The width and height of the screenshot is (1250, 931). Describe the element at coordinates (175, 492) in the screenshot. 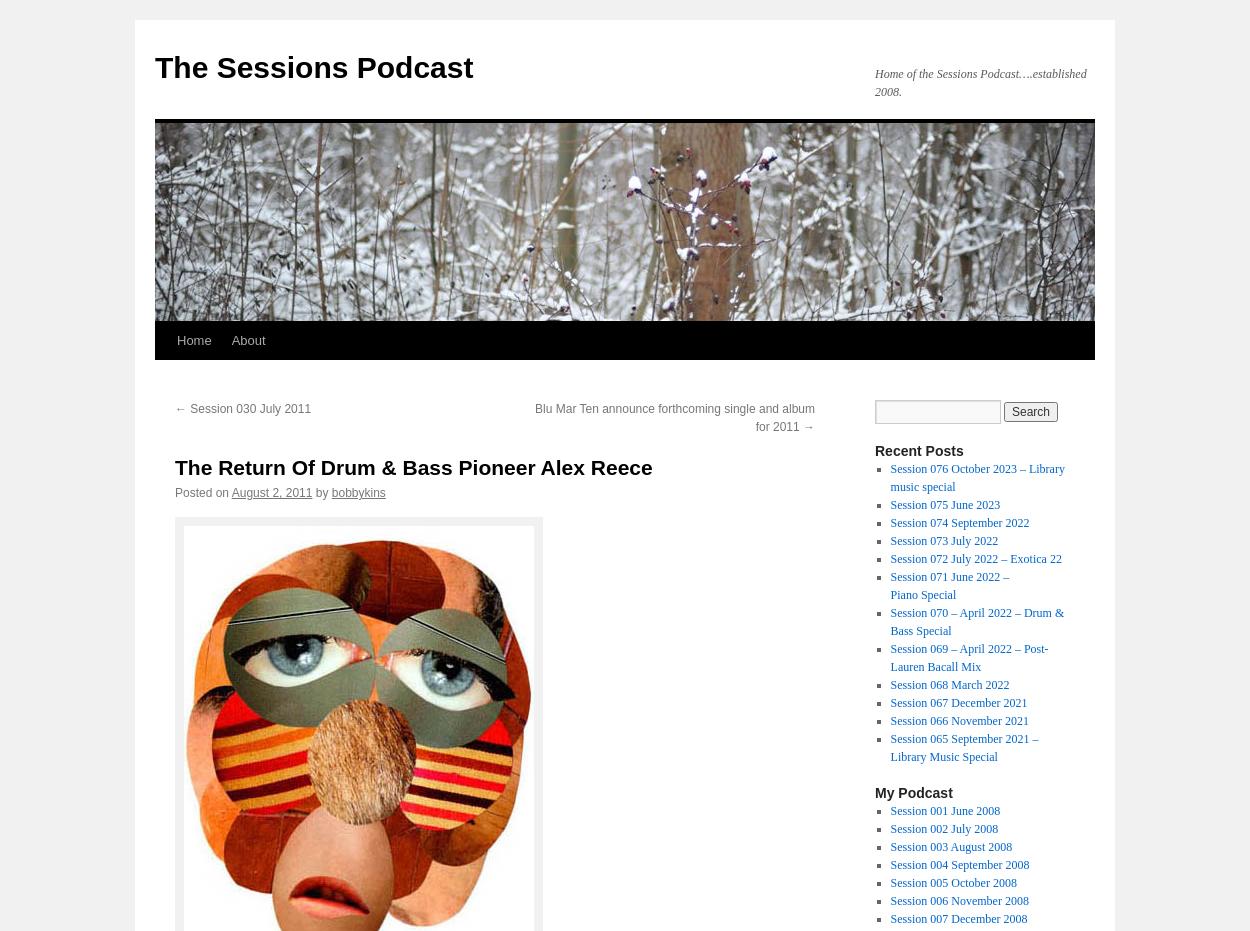

I see `'Posted on'` at that location.